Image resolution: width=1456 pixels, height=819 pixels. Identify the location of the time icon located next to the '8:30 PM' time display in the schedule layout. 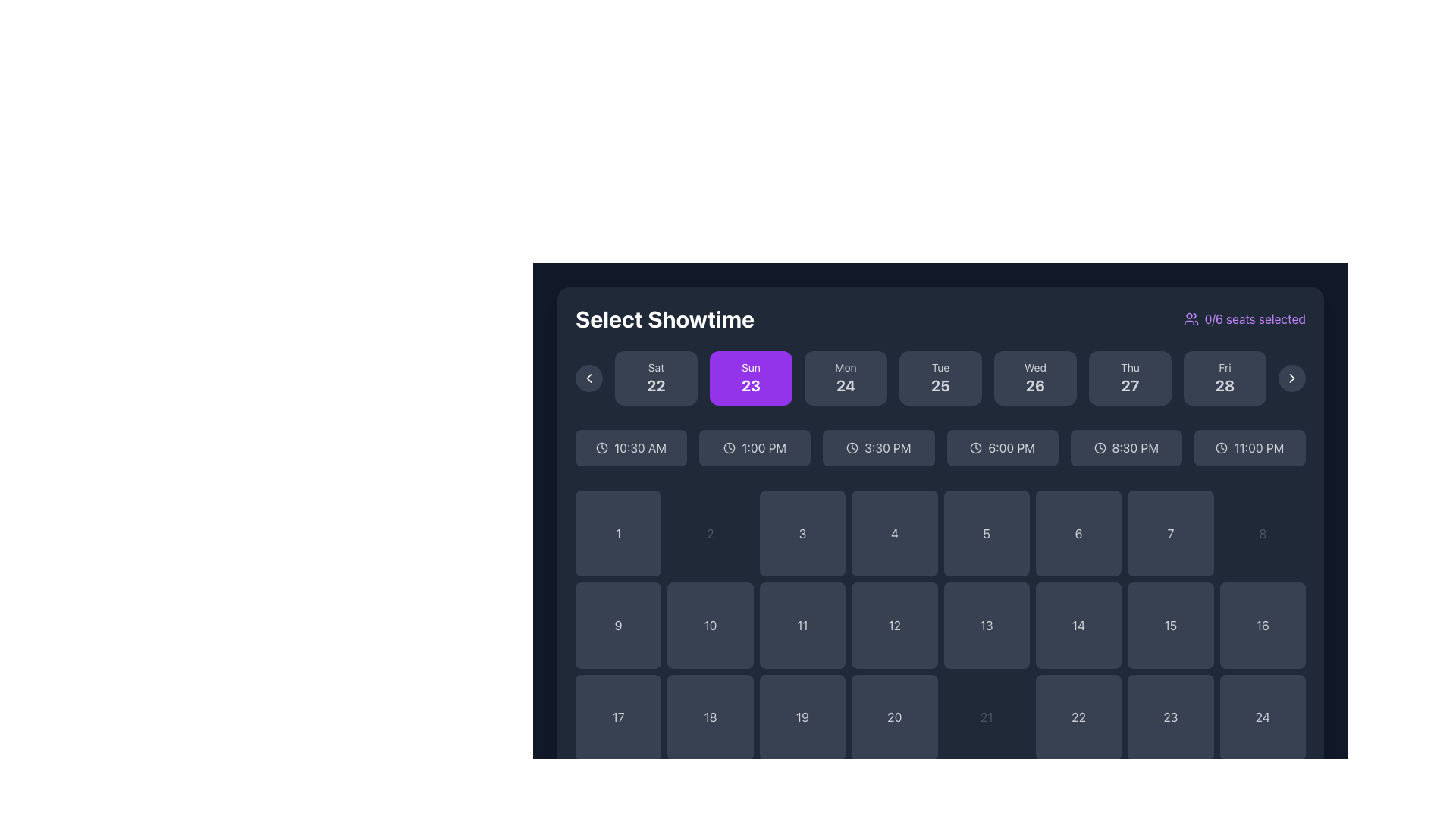
(1100, 447).